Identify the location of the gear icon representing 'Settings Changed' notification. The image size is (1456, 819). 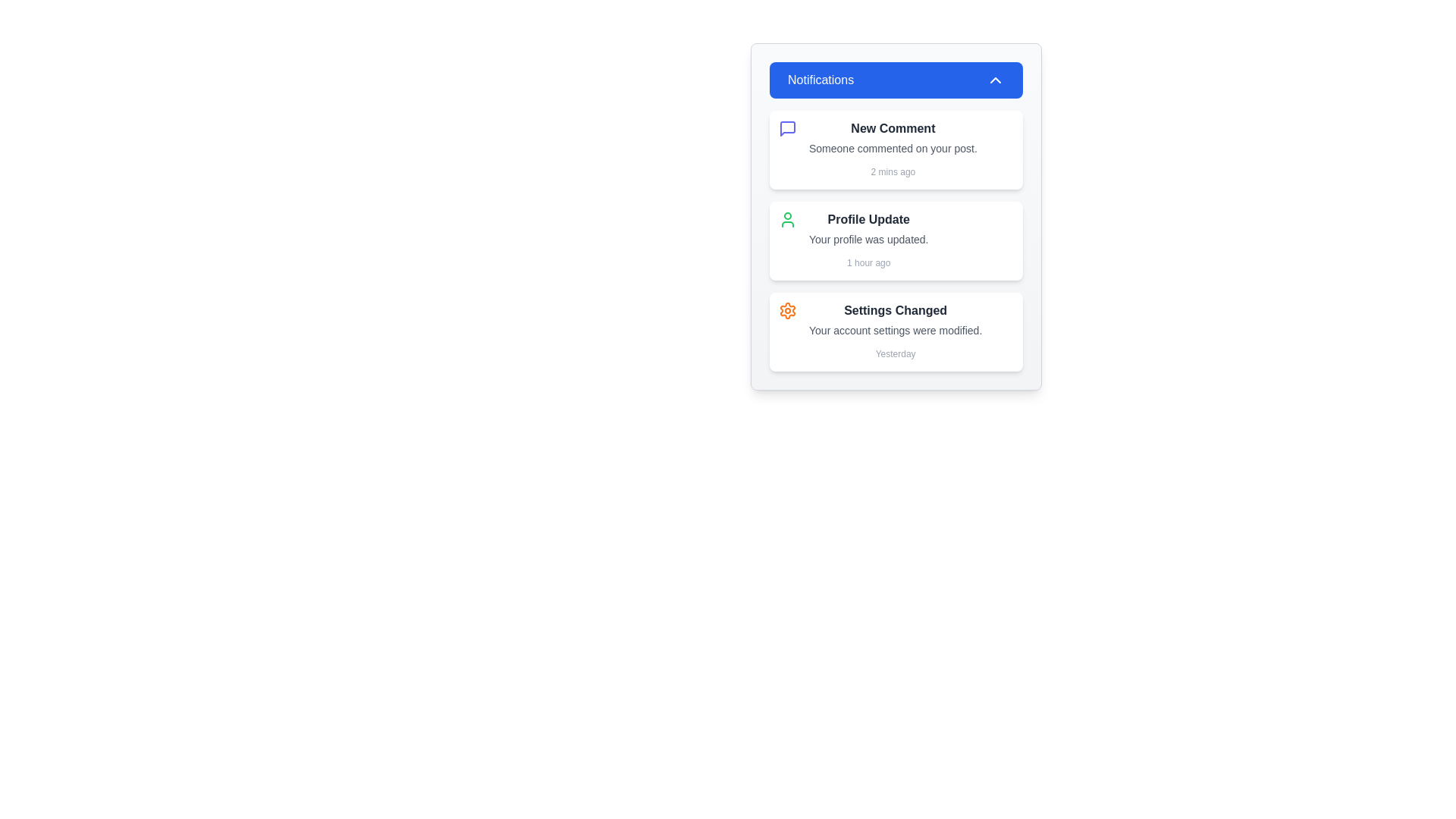
(787, 309).